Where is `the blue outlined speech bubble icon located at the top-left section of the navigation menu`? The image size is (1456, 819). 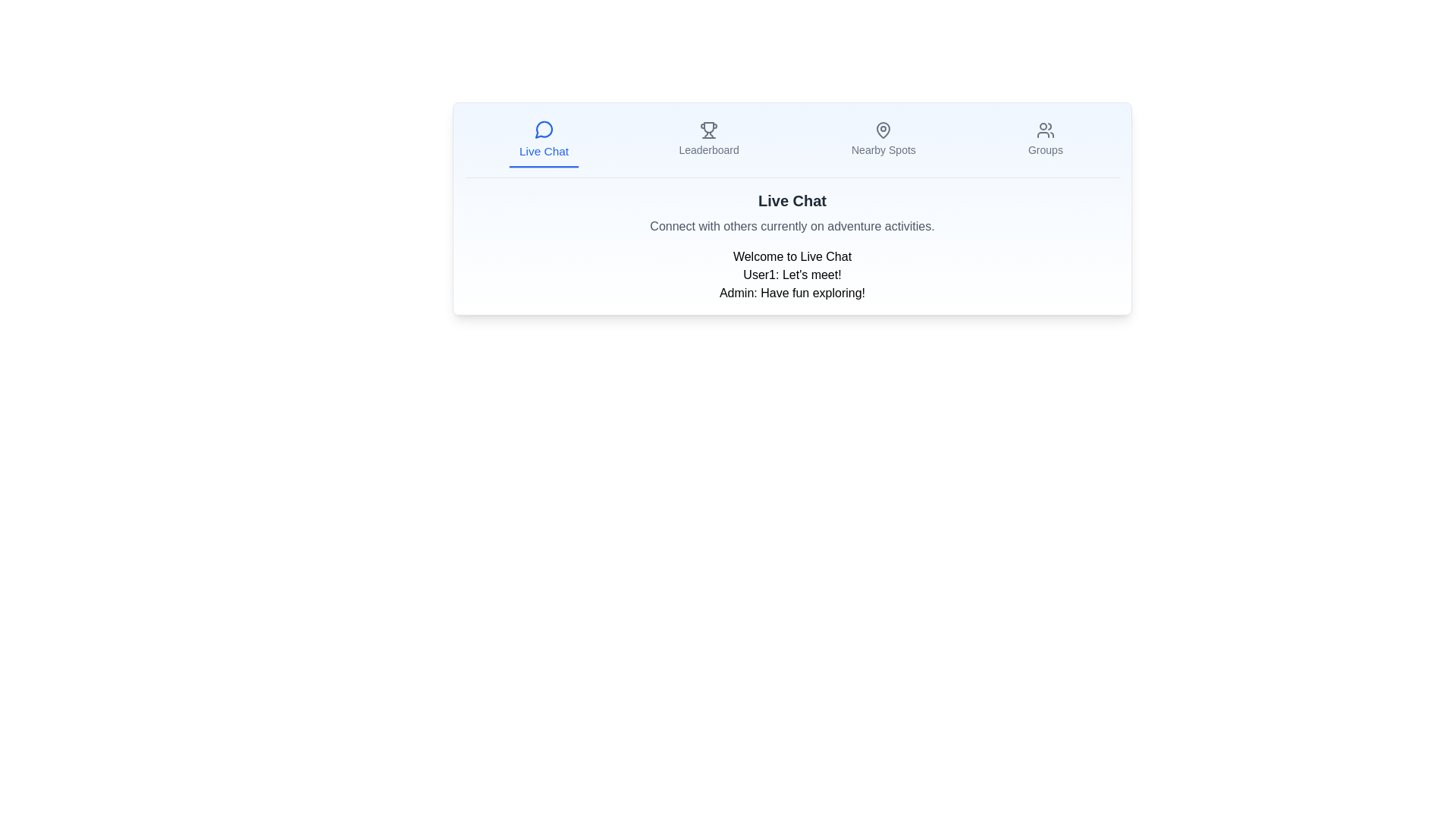 the blue outlined speech bubble icon located at the top-left section of the navigation menu is located at coordinates (544, 128).